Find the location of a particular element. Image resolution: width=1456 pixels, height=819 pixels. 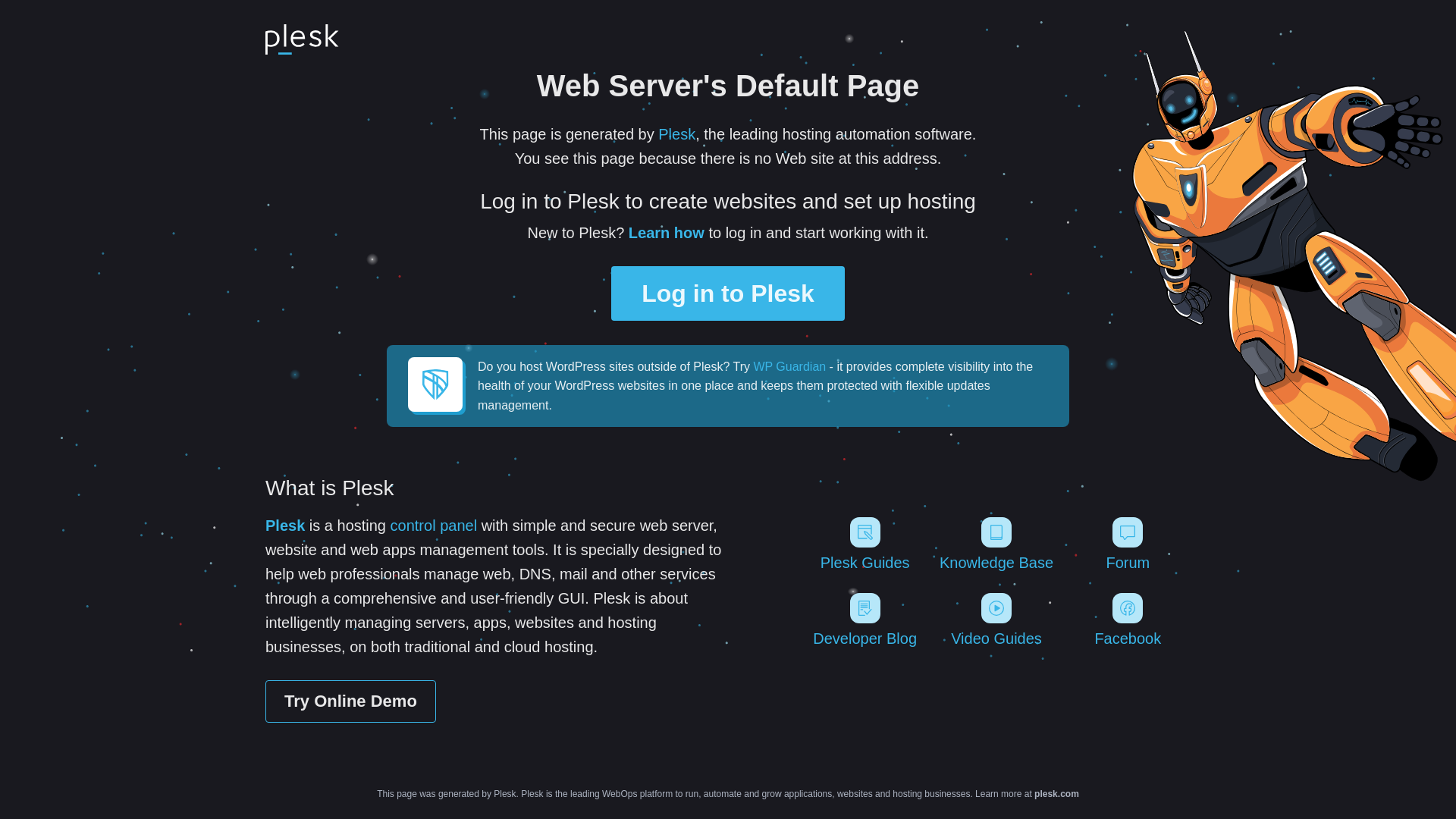

'Learn how' is located at coordinates (666, 233).